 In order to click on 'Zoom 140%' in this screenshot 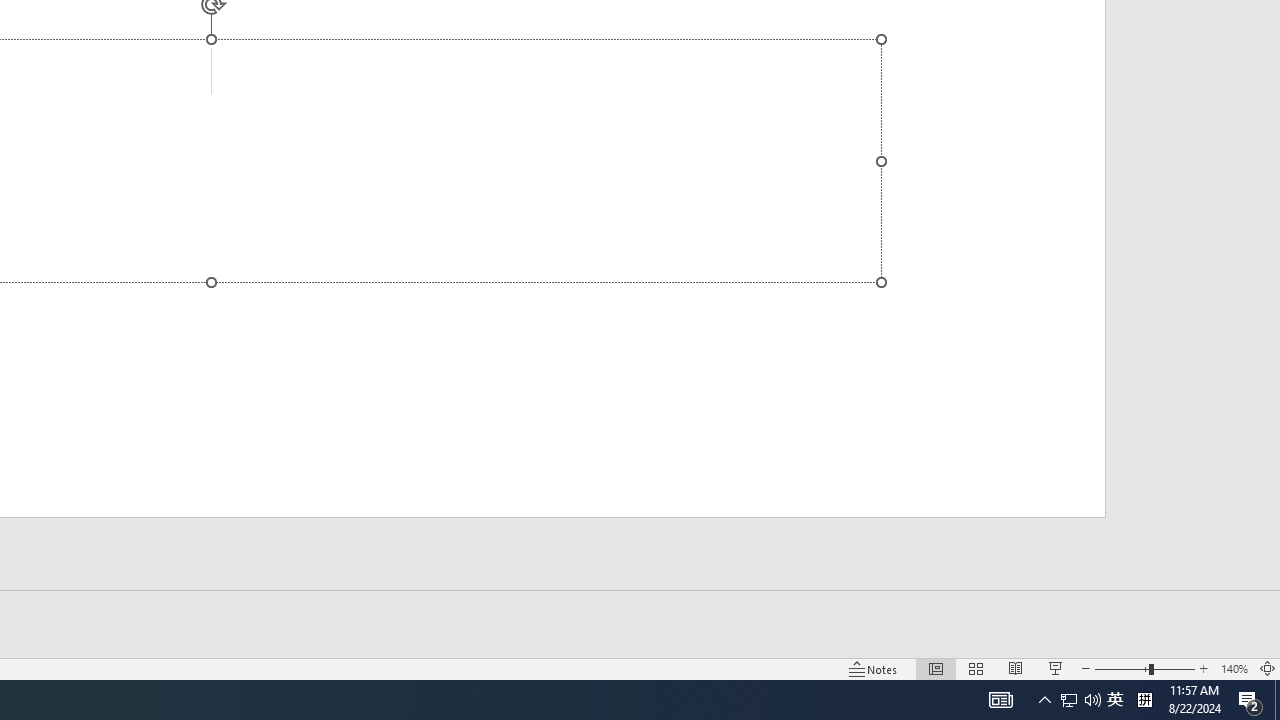, I will do `click(1233, 669)`.